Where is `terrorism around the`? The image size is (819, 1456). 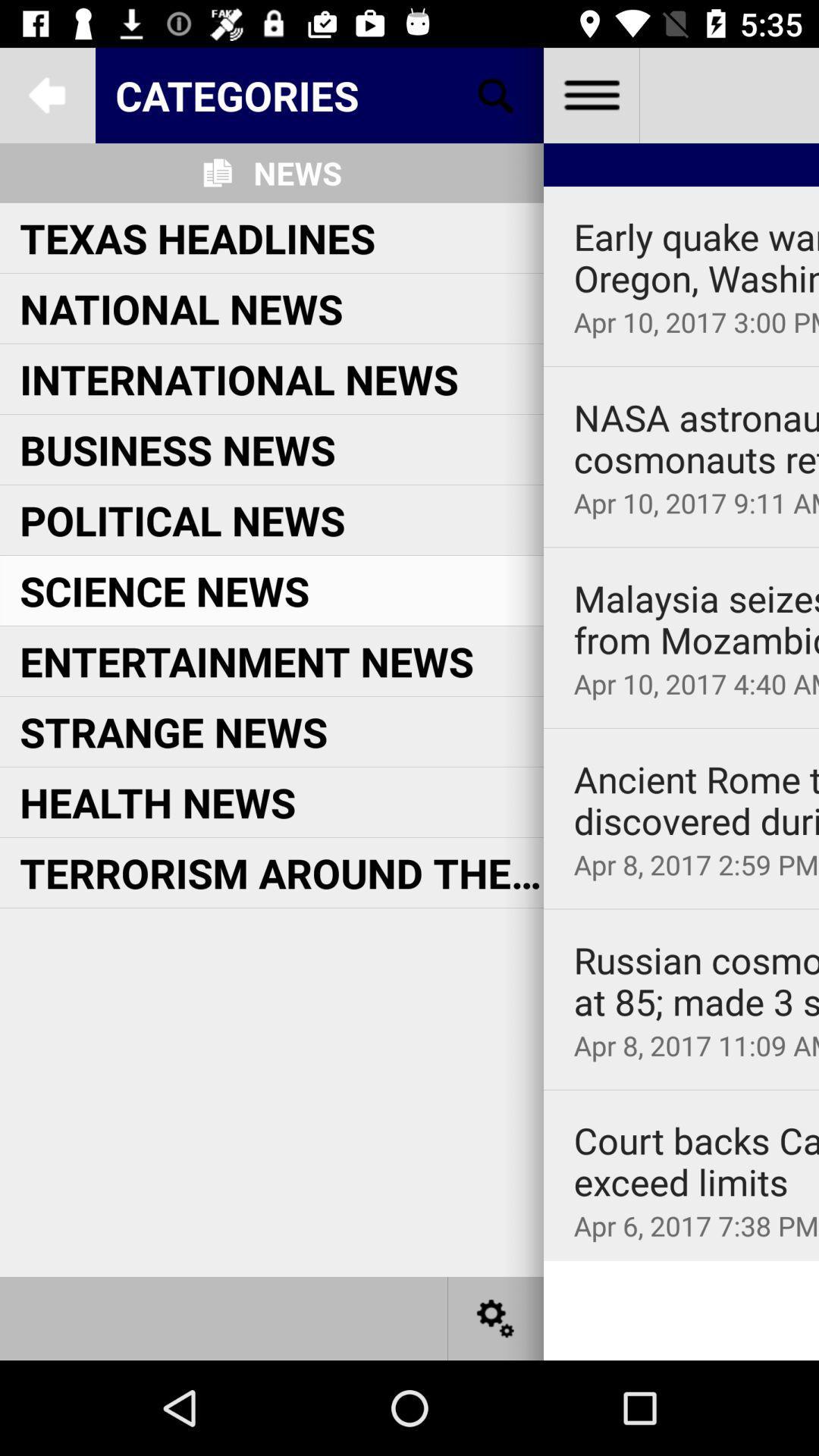
terrorism around the is located at coordinates (281, 872).